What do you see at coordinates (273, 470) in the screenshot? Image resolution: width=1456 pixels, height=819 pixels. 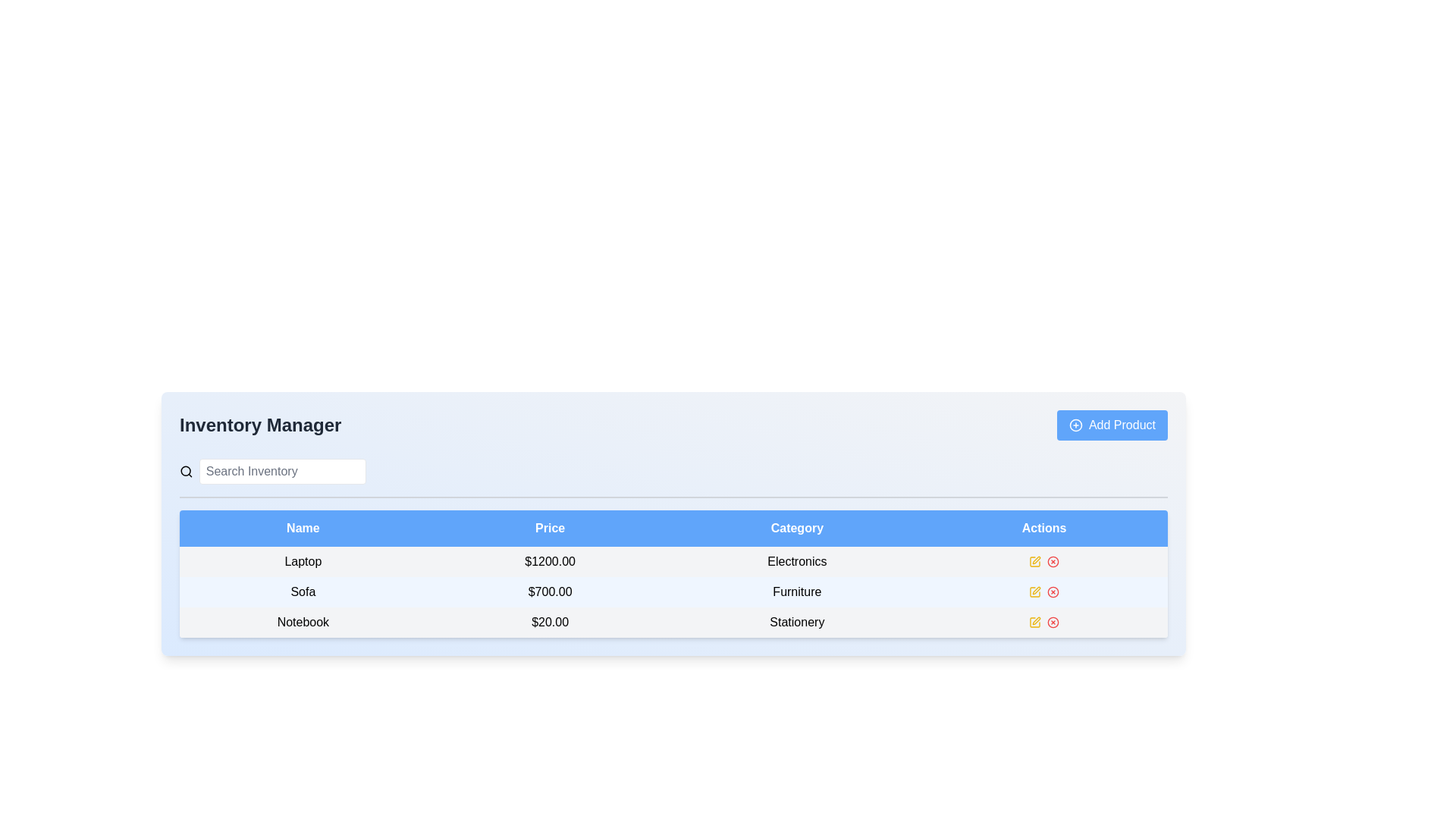 I see `the search input box located beneath the 'Inventory Manager' header` at bounding box center [273, 470].